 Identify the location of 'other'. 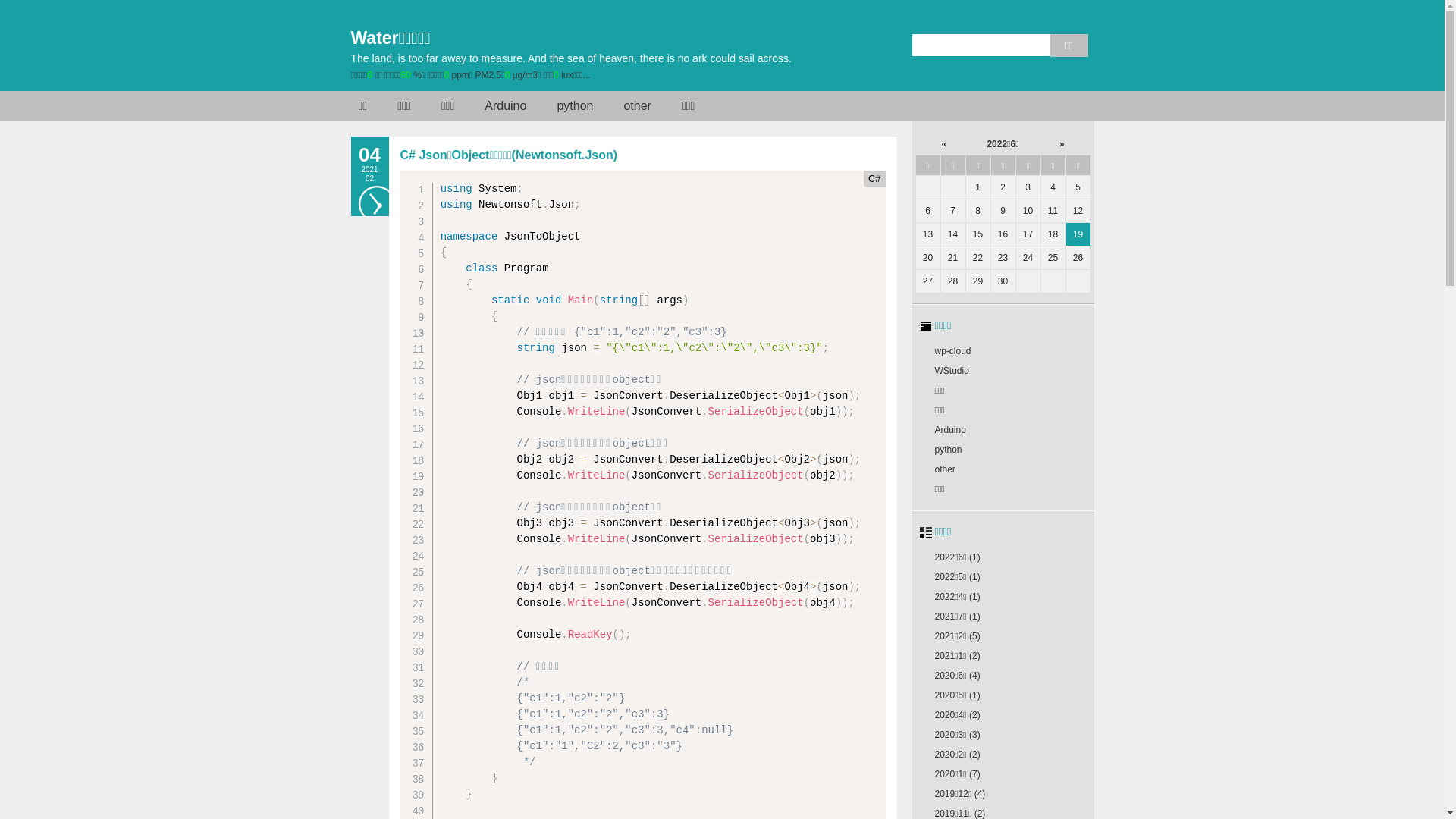
(934, 468).